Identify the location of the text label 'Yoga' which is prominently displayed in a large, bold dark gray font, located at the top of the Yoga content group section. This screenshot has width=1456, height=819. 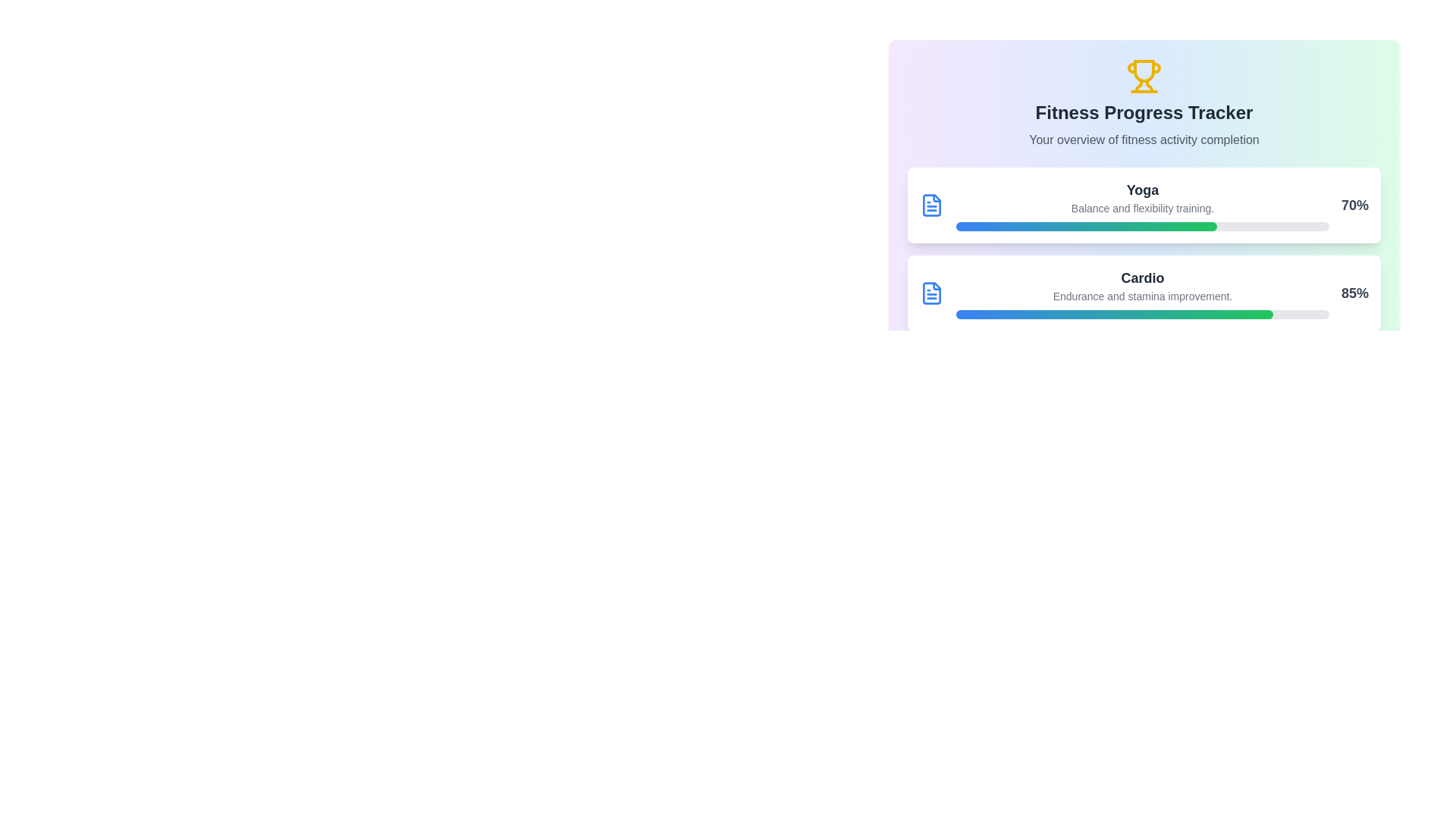
(1143, 189).